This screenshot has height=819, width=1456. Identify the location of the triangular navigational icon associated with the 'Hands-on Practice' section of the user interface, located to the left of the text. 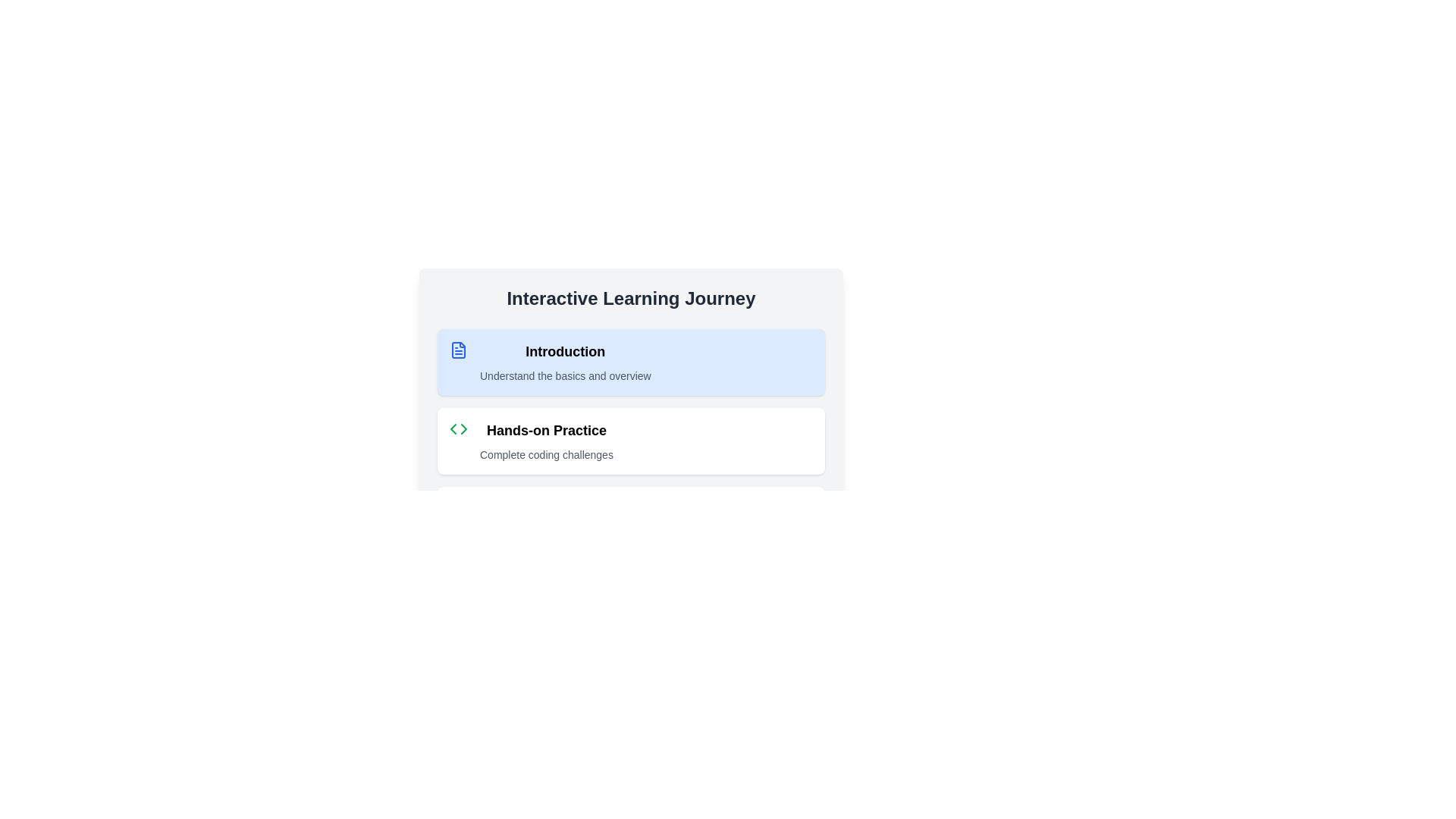
(463, 429).